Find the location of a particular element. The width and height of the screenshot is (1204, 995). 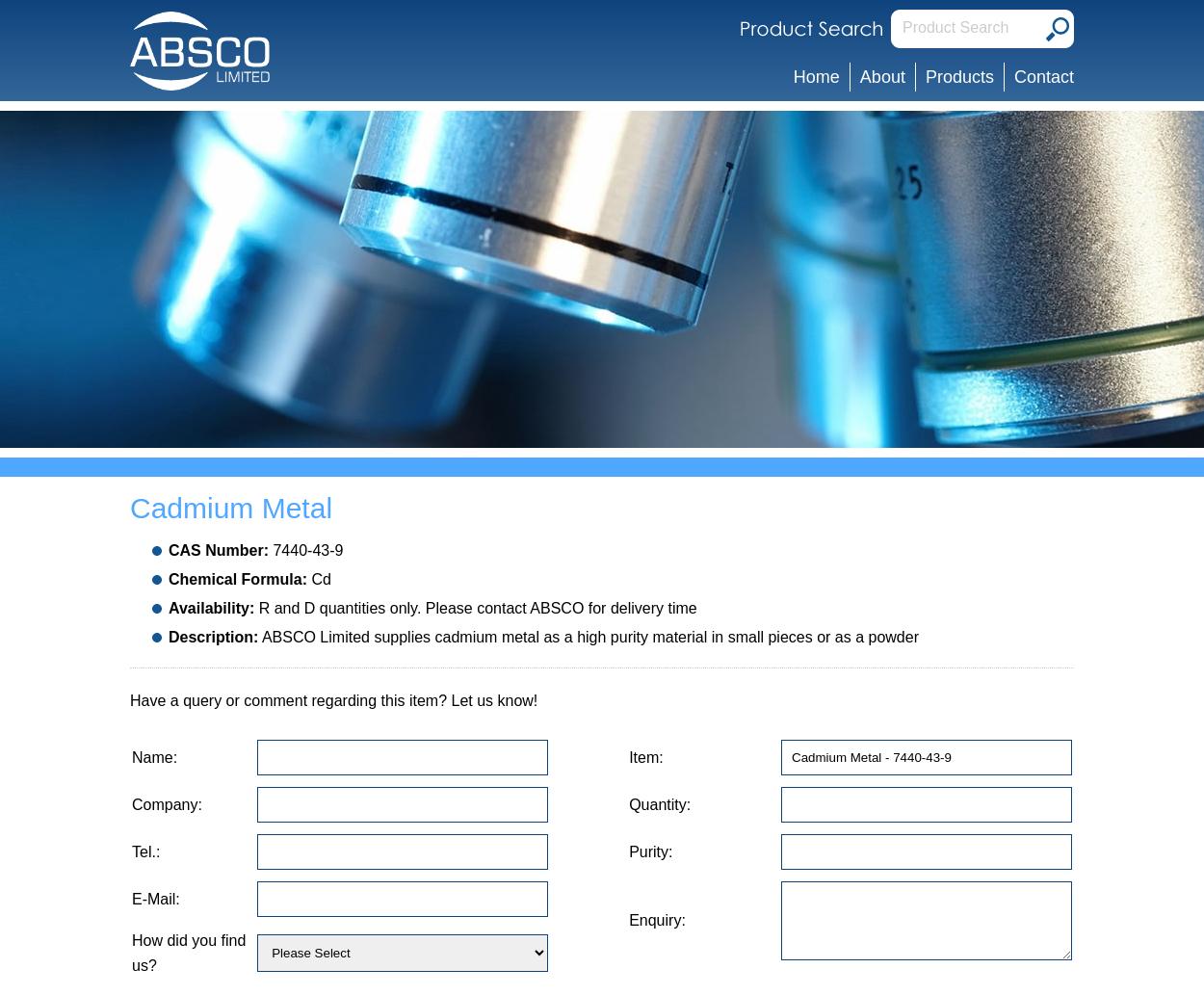

'Item:' is located at coordinates (645, 756).